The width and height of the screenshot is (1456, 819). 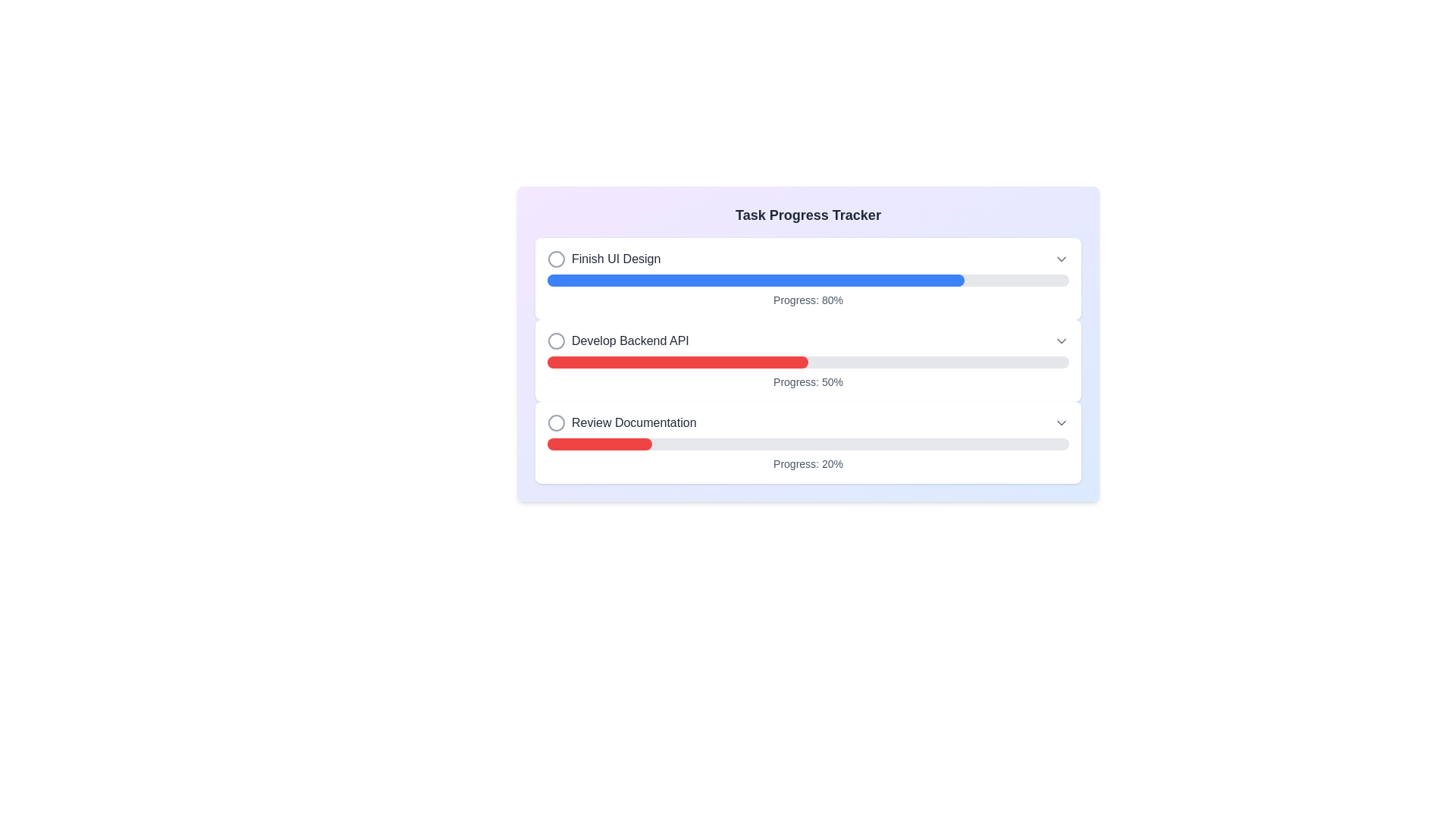 I want to click on the Progress Bar Segment that visually represents 80% completion of the task labeled 'Finish UI Design', so click(x=756, y=281).